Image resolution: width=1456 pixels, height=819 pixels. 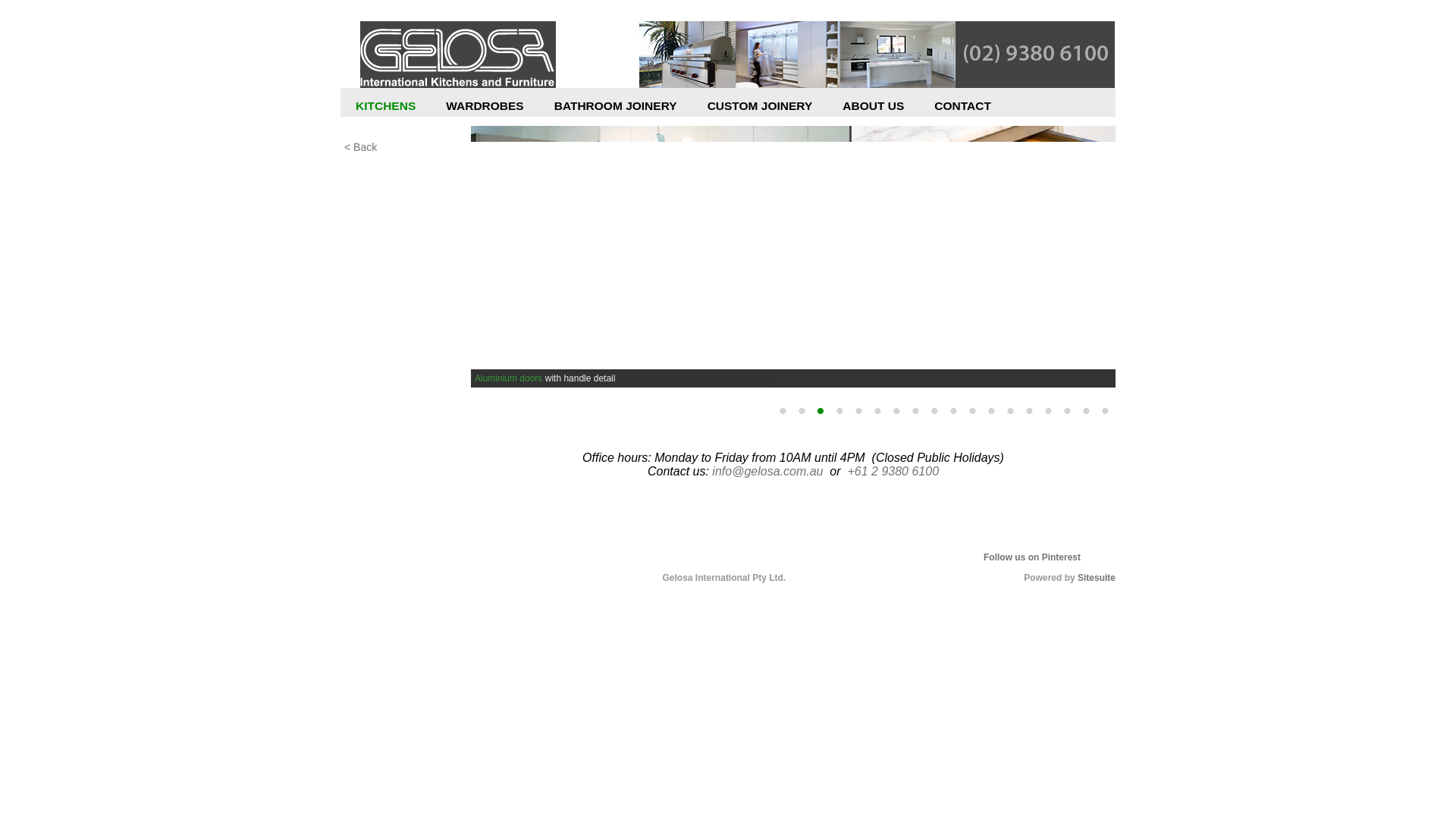 I want to click on '+61 2 9380 6100', so click(x=846, y=470).